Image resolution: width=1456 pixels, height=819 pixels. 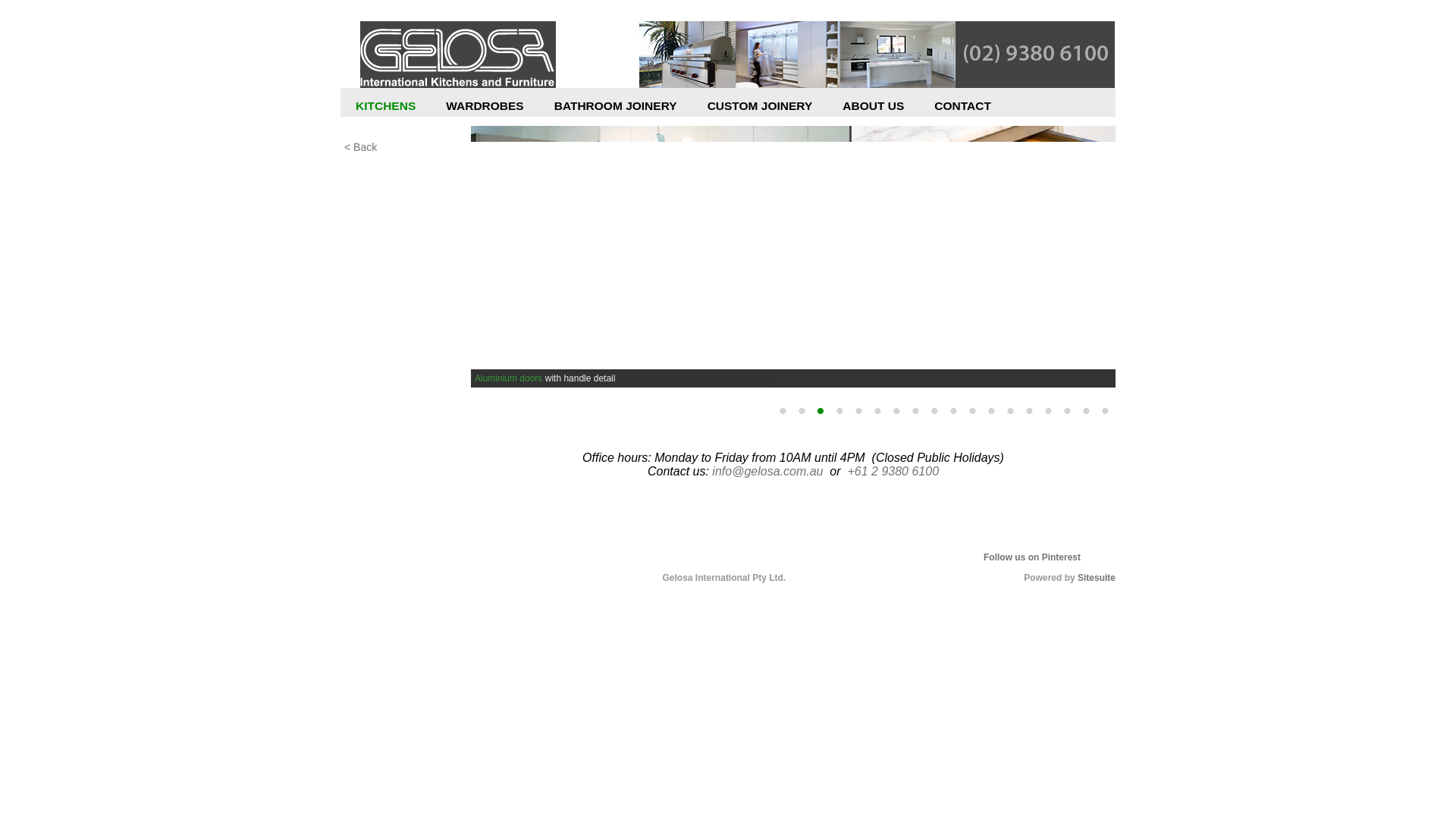 I want to click on '+61 2 9380 6100', so click(x=846, y=470).